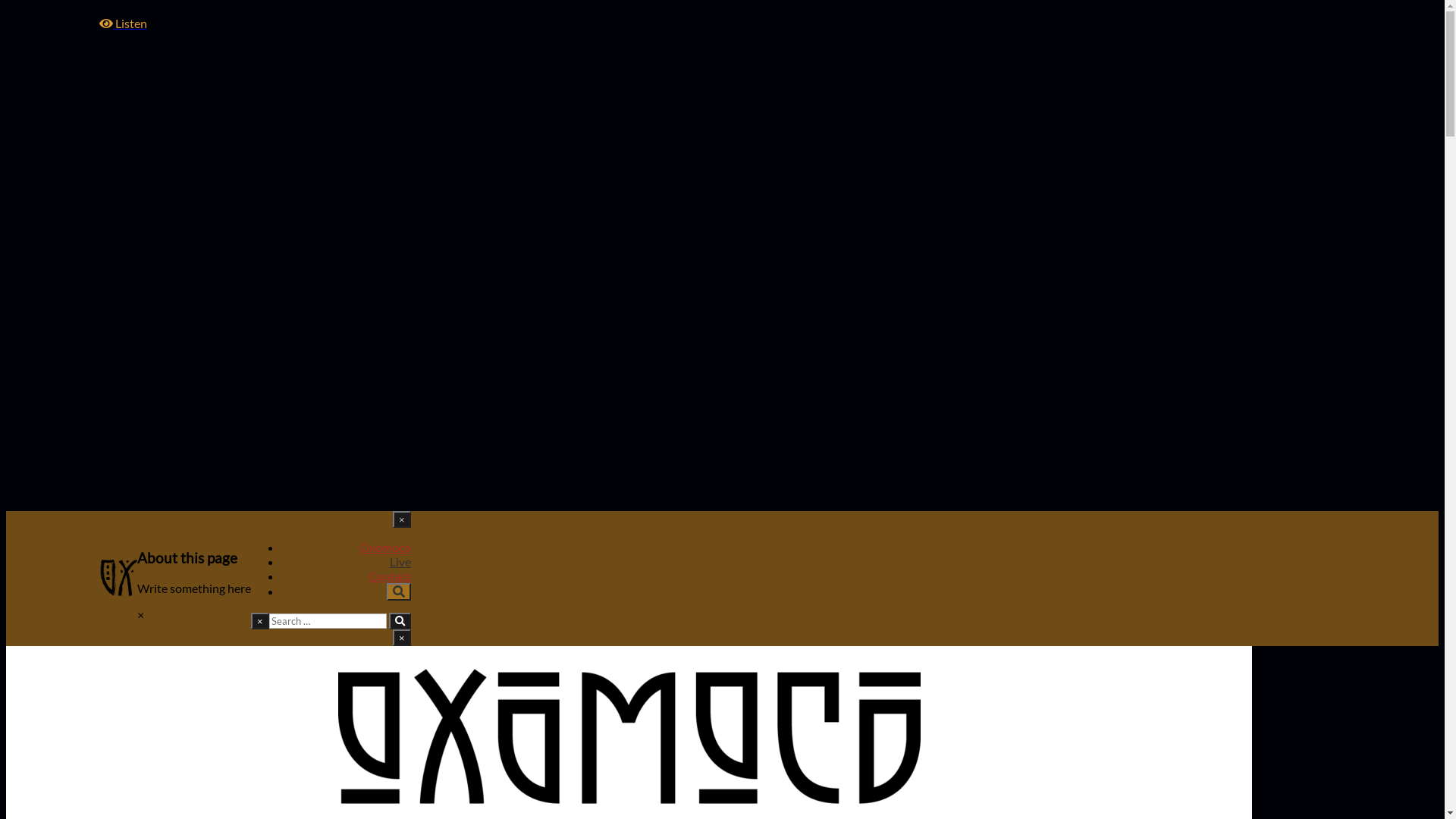 The image size is (1456, 819). I want to click on 'Live', so click(400, 561).